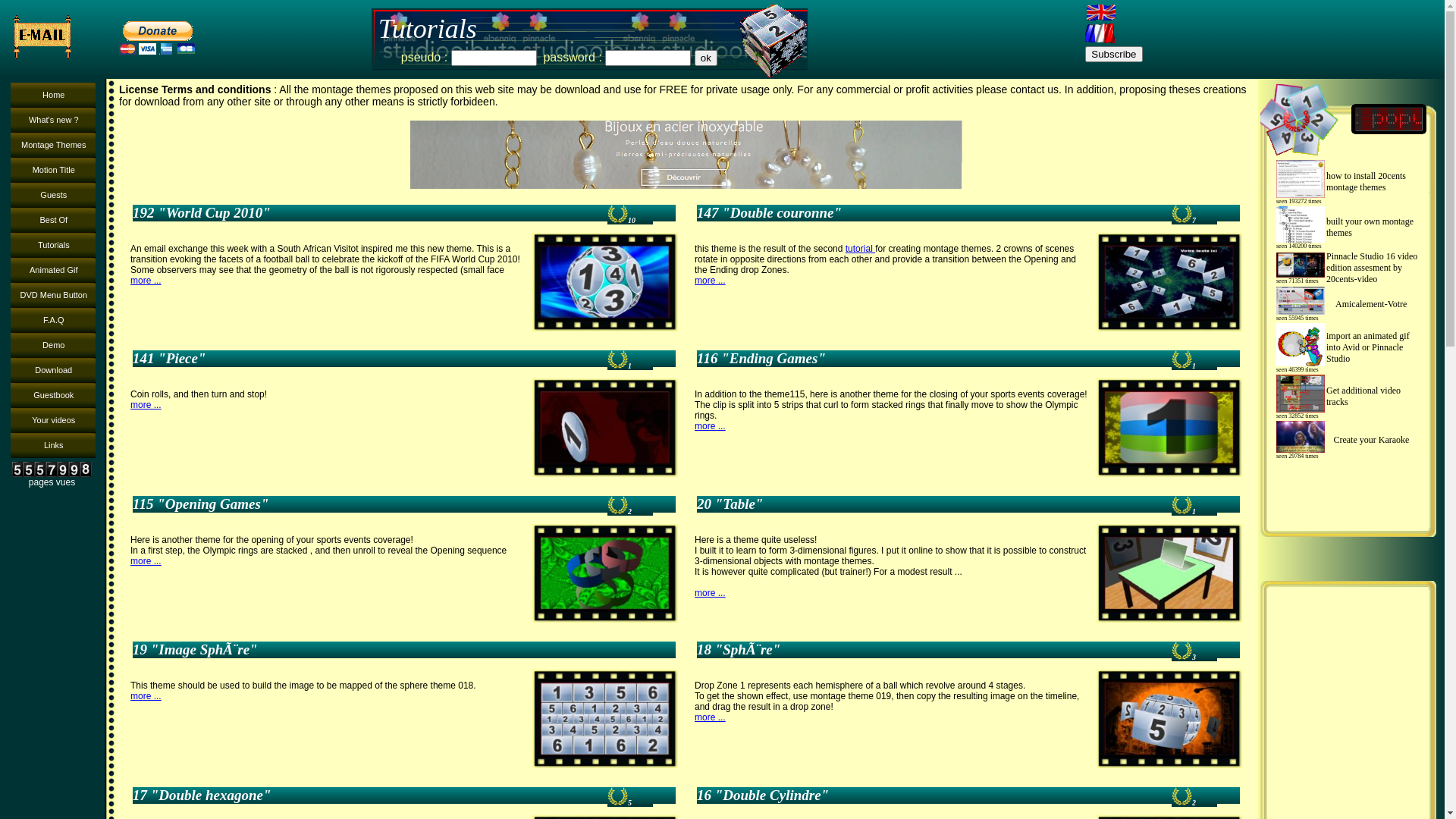 The image size is (1456, 819). Describe the element at coordinates (53, 244) in the screenshot. I see `'Tutorials'` at that location.